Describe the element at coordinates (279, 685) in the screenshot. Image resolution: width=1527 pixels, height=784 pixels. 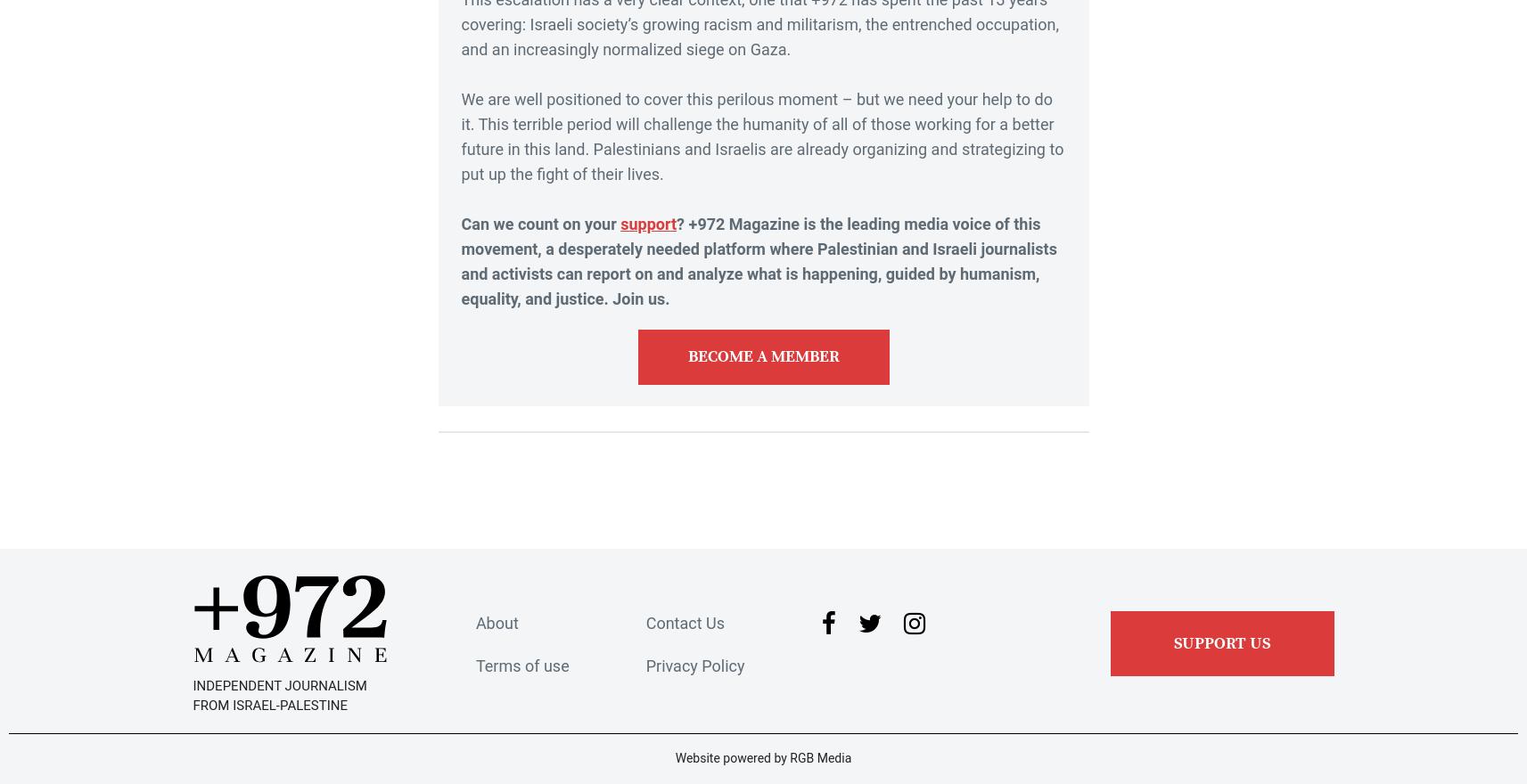
I see `'INDEPENDENT JOURNALISM'` at that location.